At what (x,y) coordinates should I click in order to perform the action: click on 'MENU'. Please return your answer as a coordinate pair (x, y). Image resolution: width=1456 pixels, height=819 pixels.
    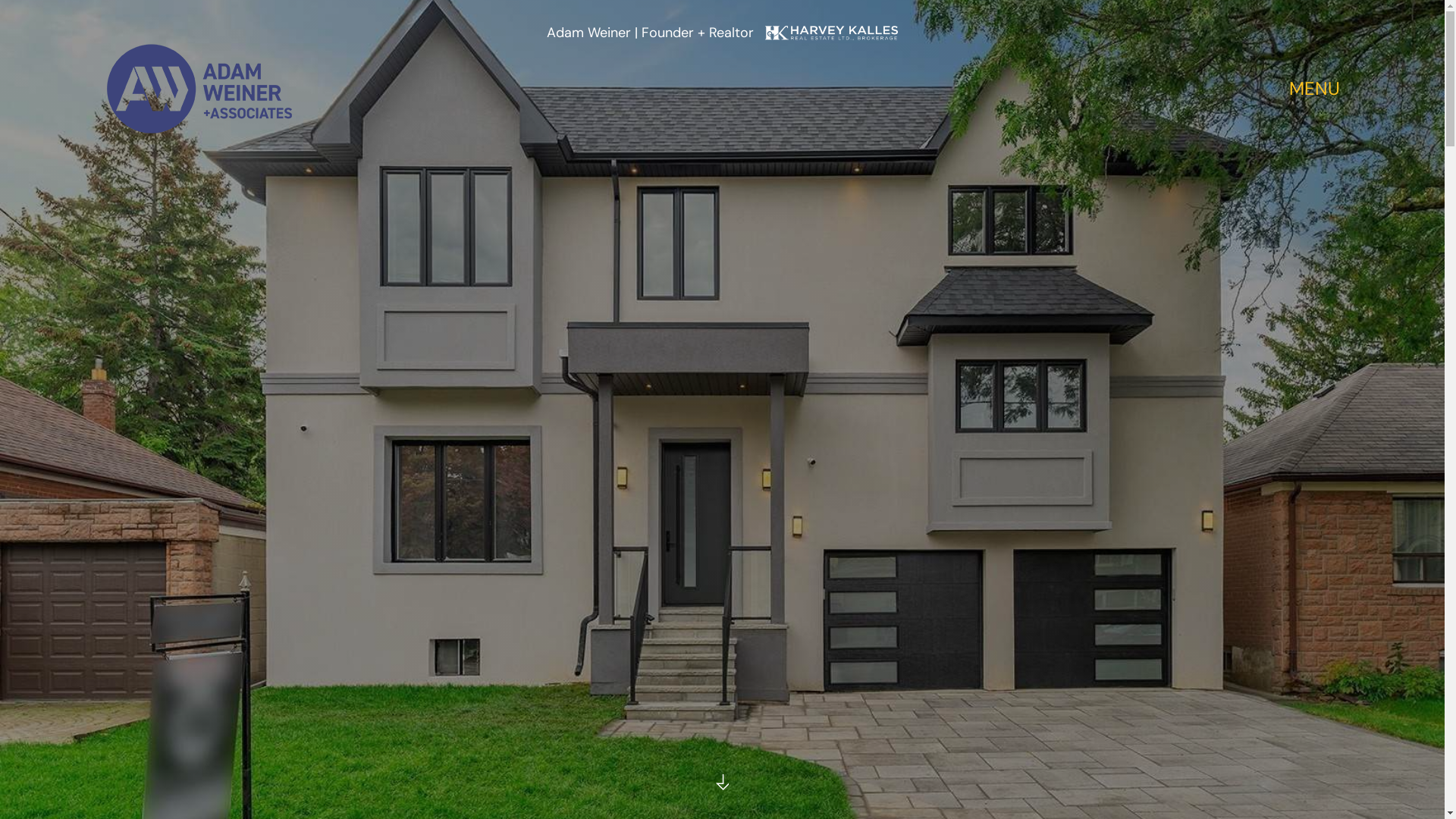
    Looking at the image, I should click on (1288, 89).